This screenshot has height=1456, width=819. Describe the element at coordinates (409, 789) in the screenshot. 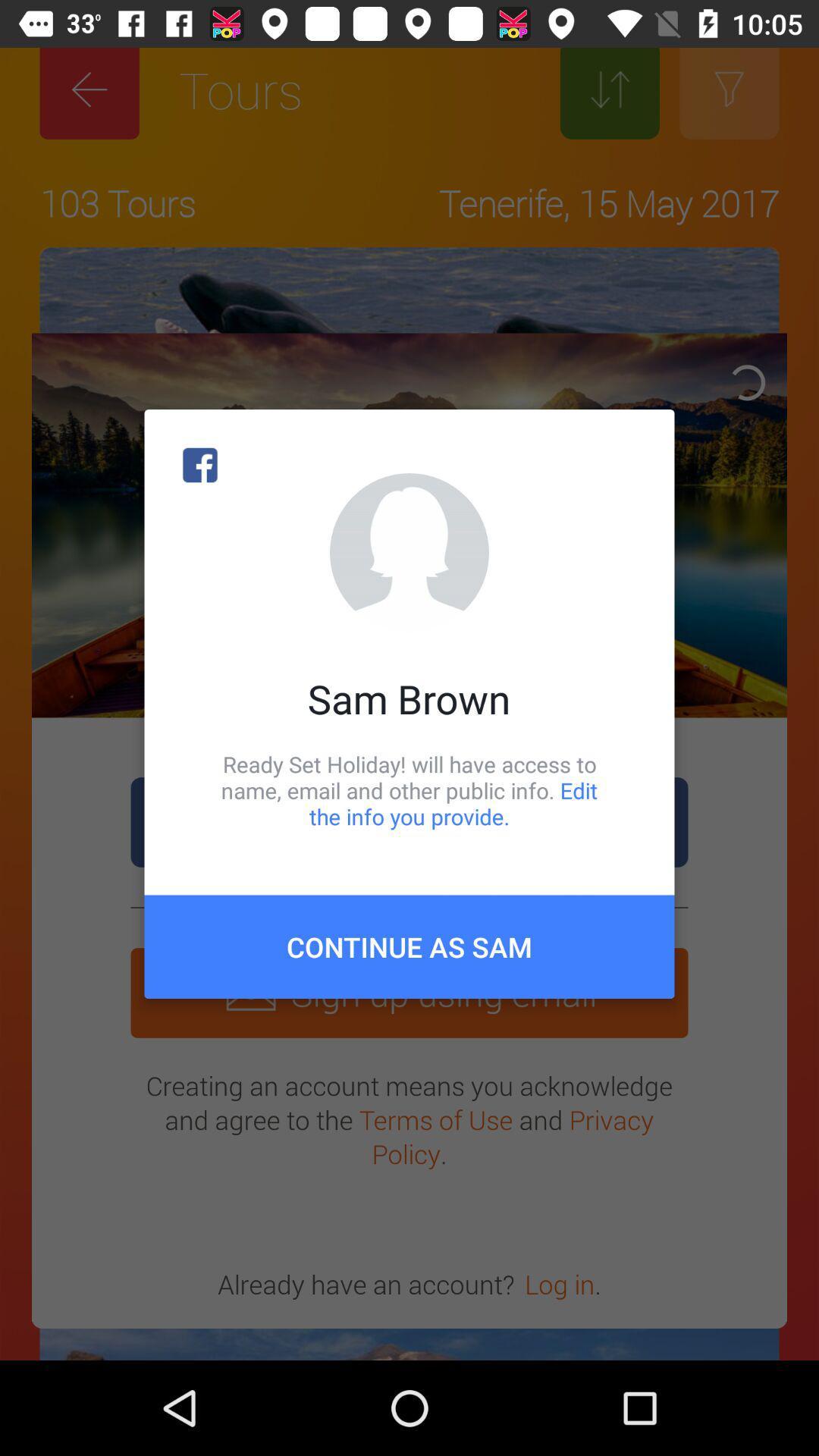

I see `the ready set holiday item` at that location.